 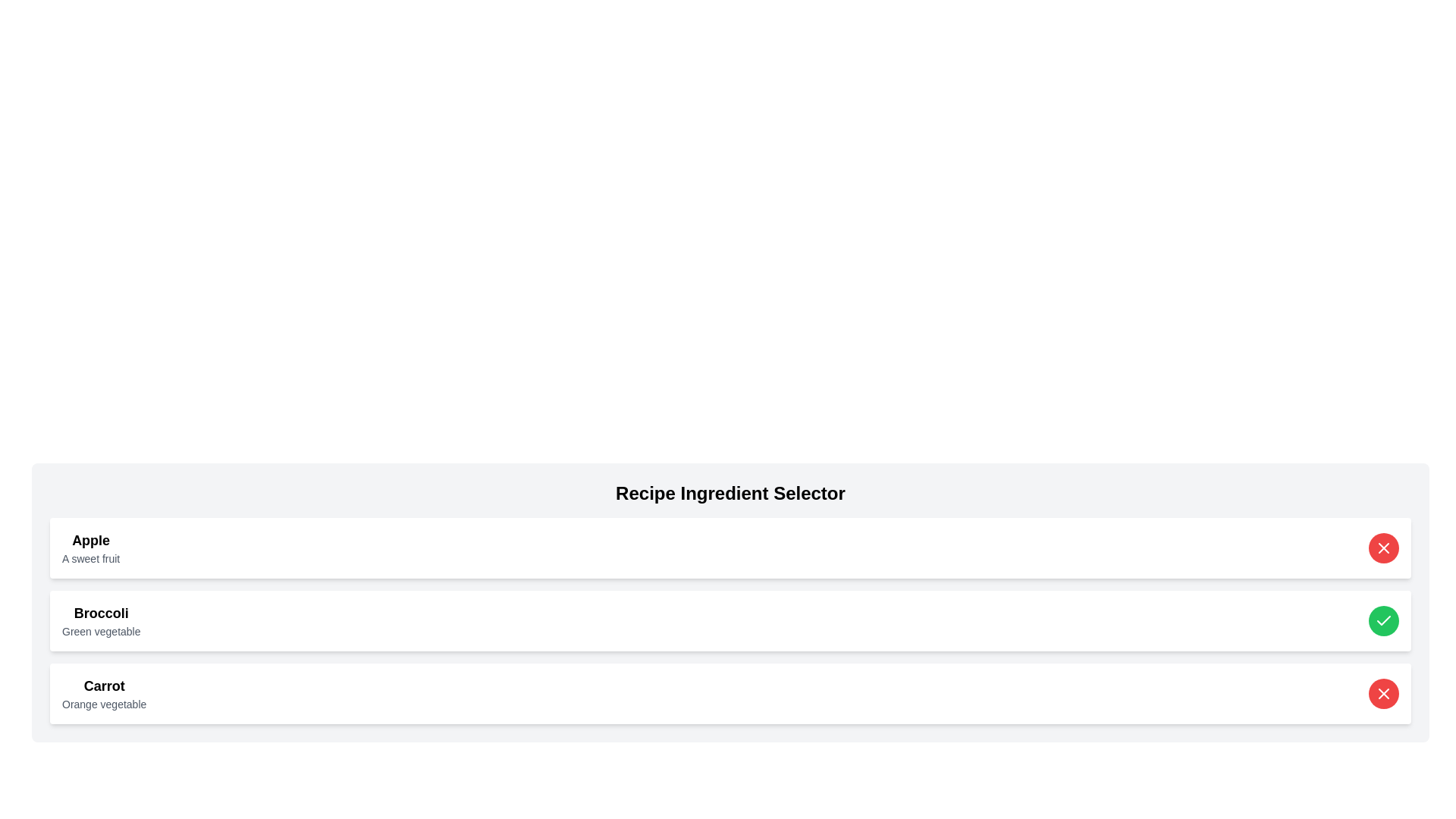 What do you see at coordinates (1383, 620) in the screenshot?
I see `the icon indicating the selected or completed state for the third row entry in the table, located to the far right of 'Carrot Orange vegetable'` at bounding box center [1383, 620].